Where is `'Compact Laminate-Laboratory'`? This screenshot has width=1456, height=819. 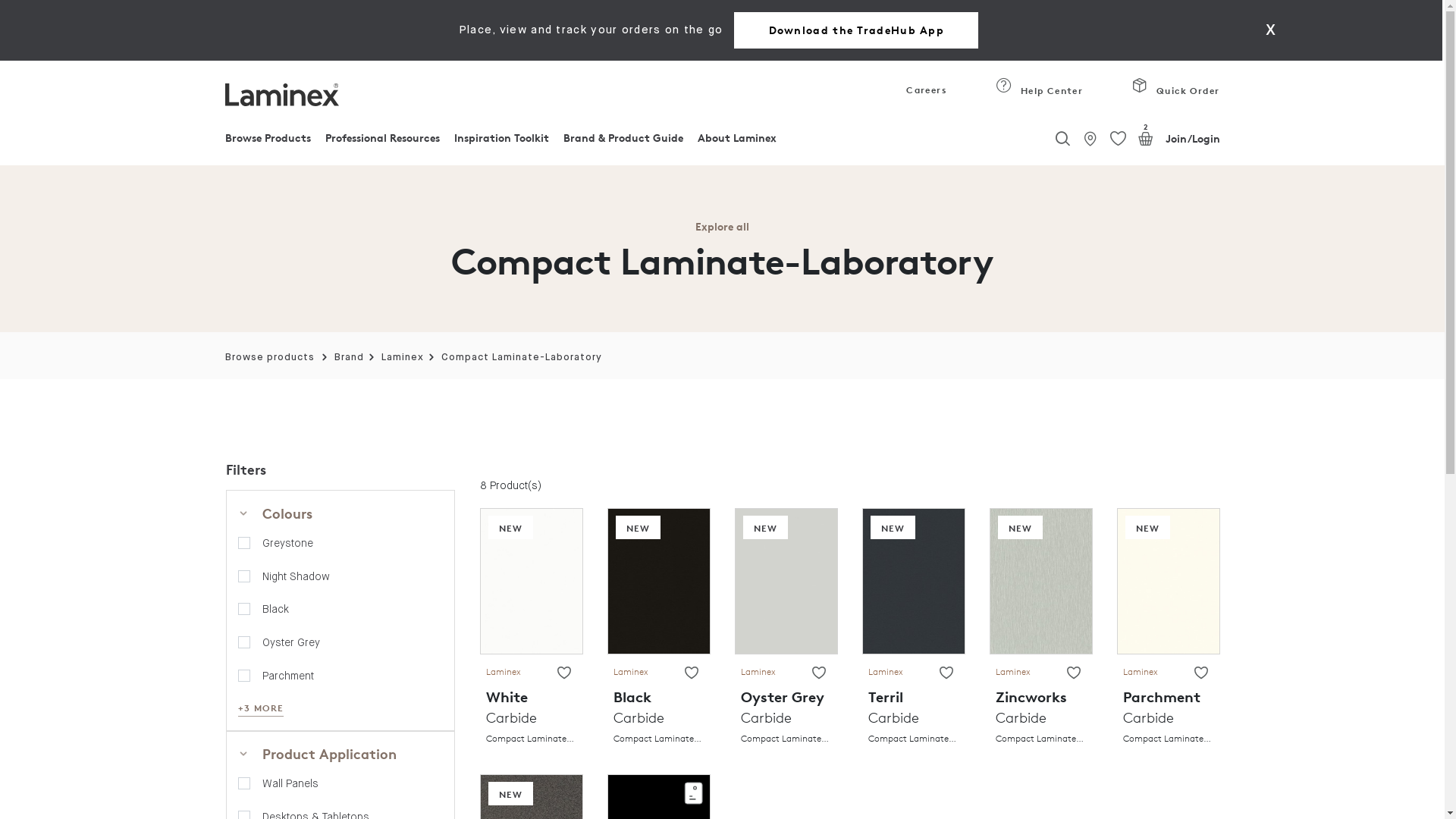 'Compact Laminate-Laboratory' is located at coordinates (521, 357).